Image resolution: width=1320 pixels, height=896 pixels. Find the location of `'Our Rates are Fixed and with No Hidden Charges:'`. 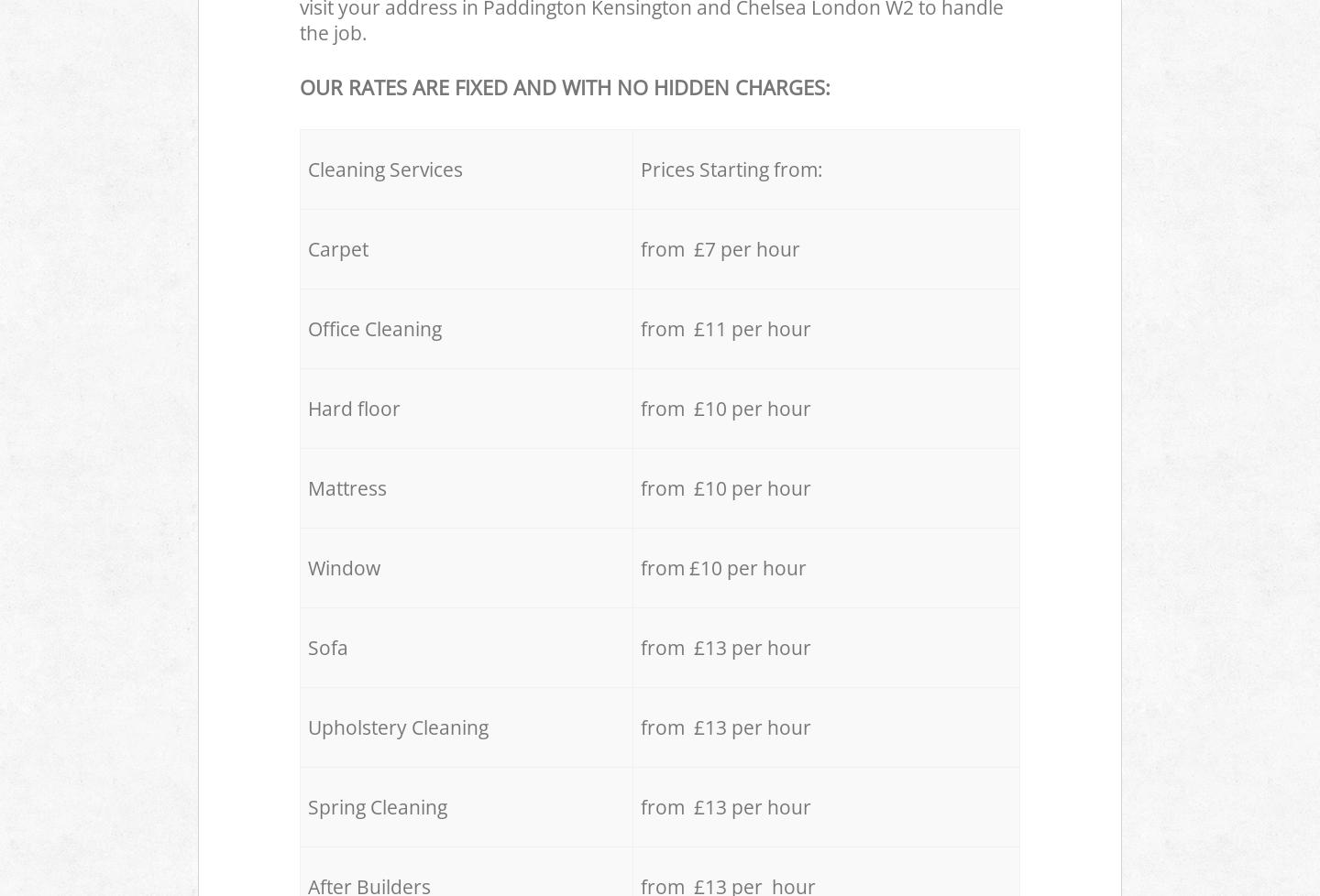

'Our Rates are Fixed and with No Hidden Charges:' is located at coordinates (564, 86).